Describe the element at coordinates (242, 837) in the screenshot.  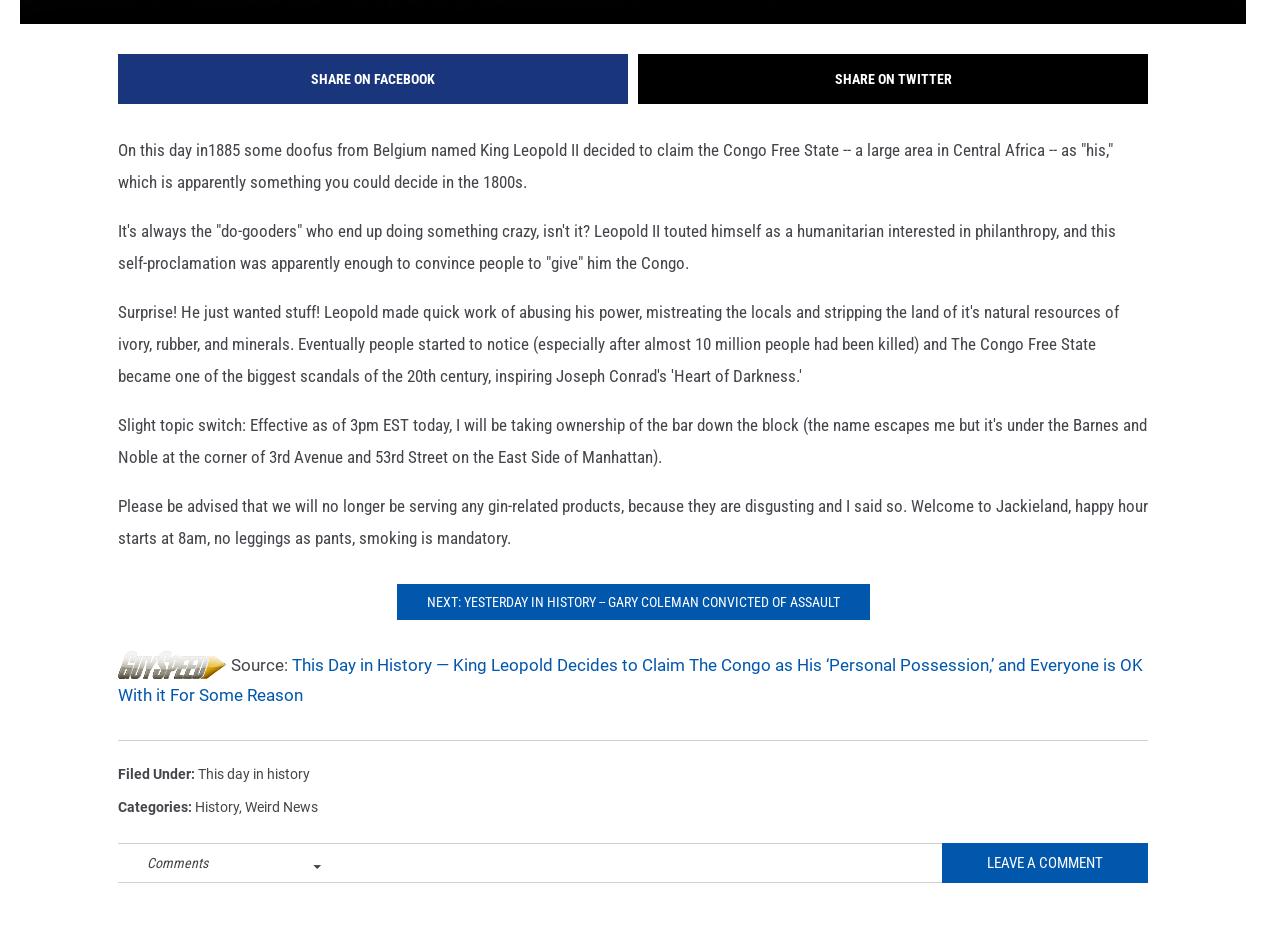
I see `','` at that location.